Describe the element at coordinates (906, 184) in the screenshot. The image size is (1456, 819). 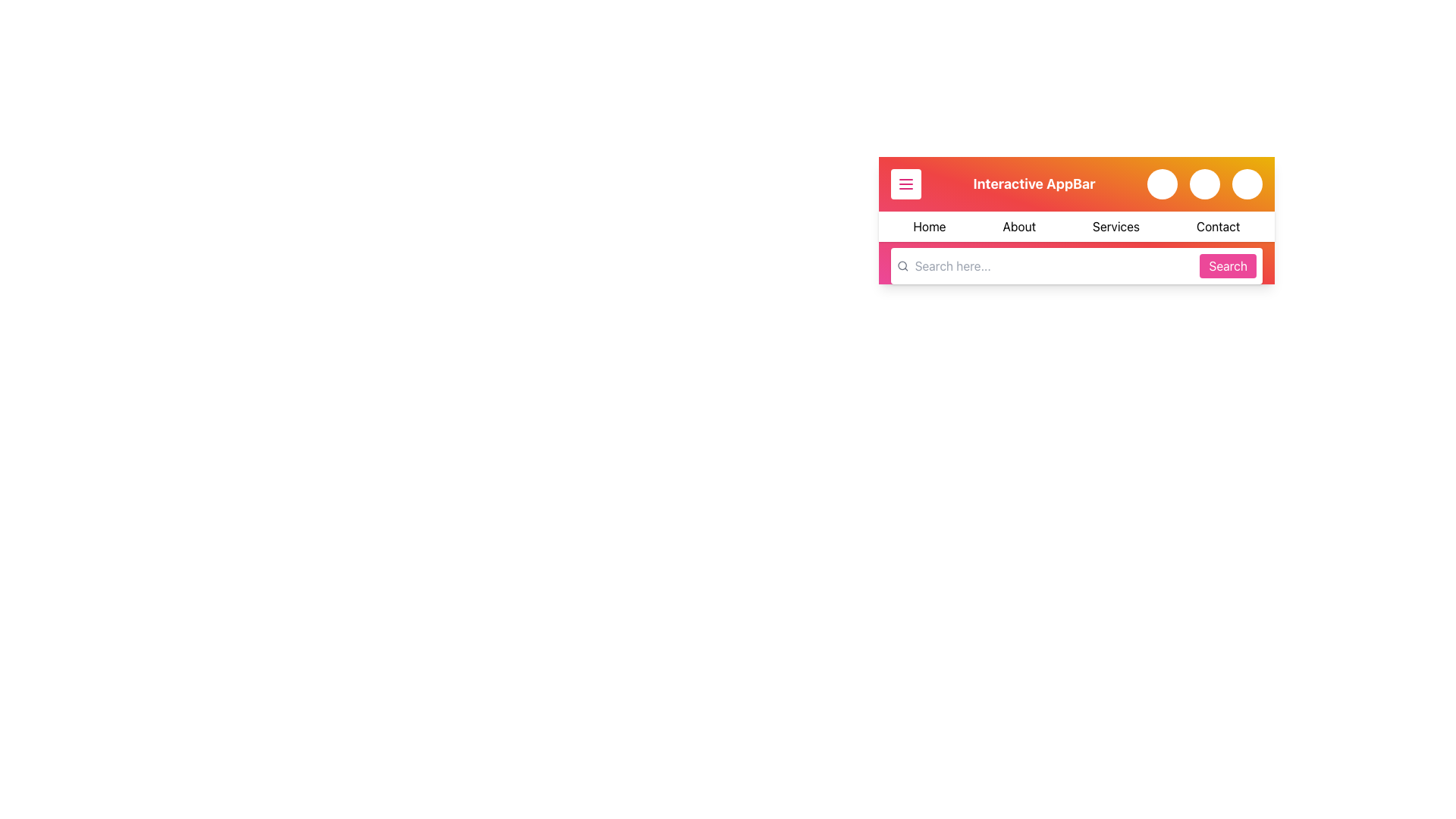
I see `the menu toggle button located at the top left corner of the application bar` at that location.